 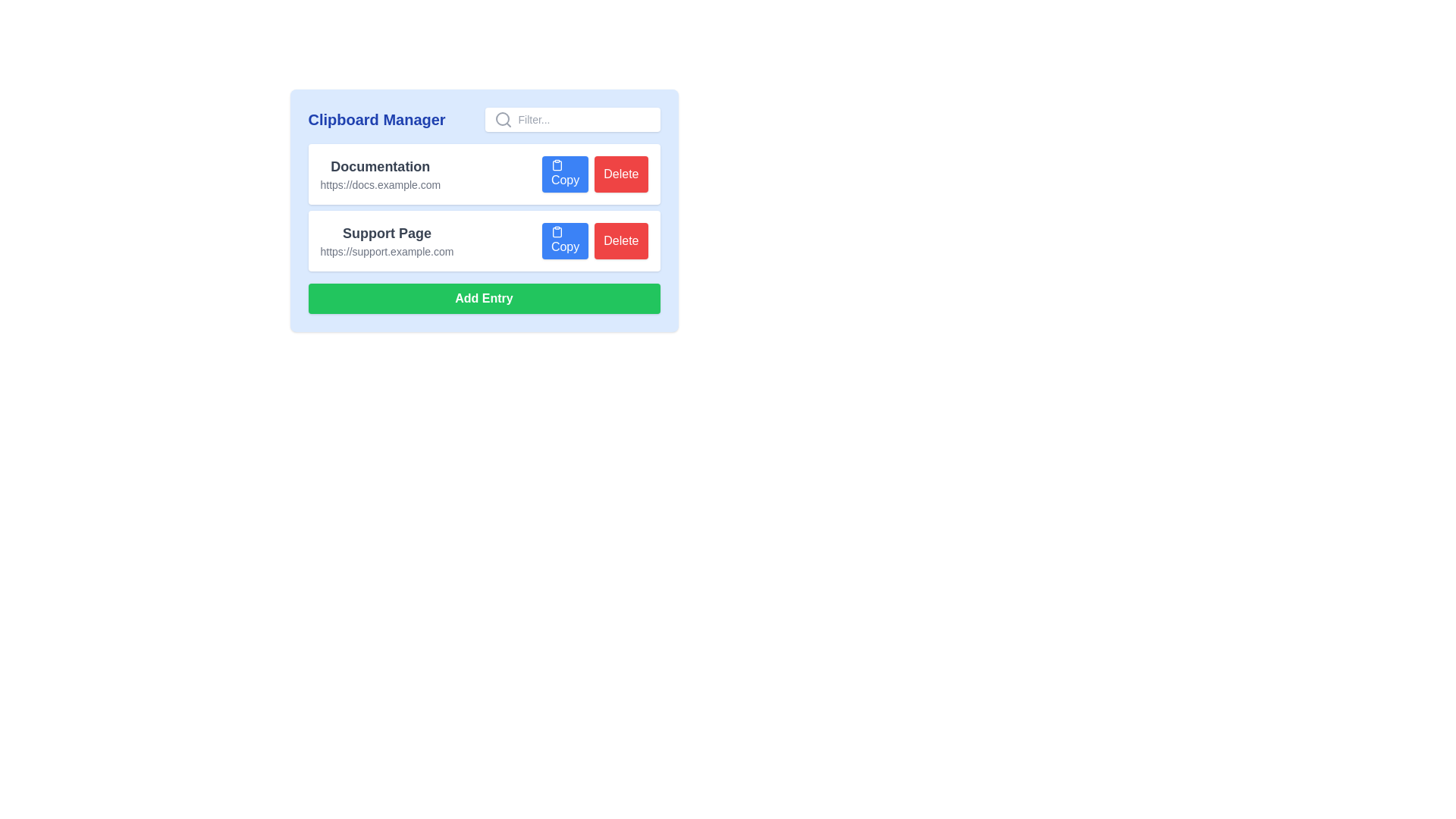 I want to click on the search icon located inside the header section of the search bar, positioned to the left of the 'Filter...' input box, so click(x=503, y=119).